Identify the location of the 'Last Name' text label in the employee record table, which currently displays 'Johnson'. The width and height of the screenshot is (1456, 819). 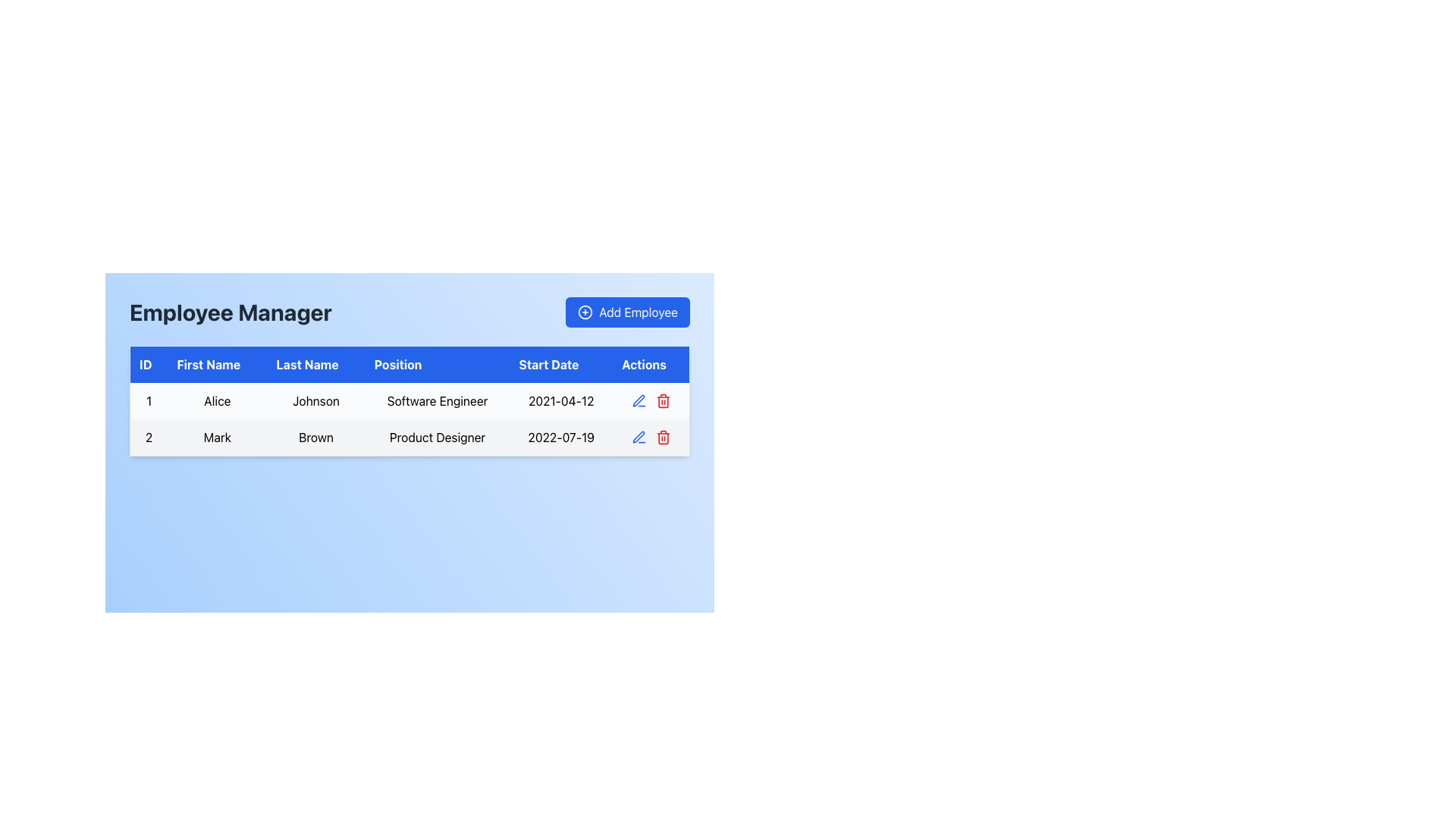
(315, 400).